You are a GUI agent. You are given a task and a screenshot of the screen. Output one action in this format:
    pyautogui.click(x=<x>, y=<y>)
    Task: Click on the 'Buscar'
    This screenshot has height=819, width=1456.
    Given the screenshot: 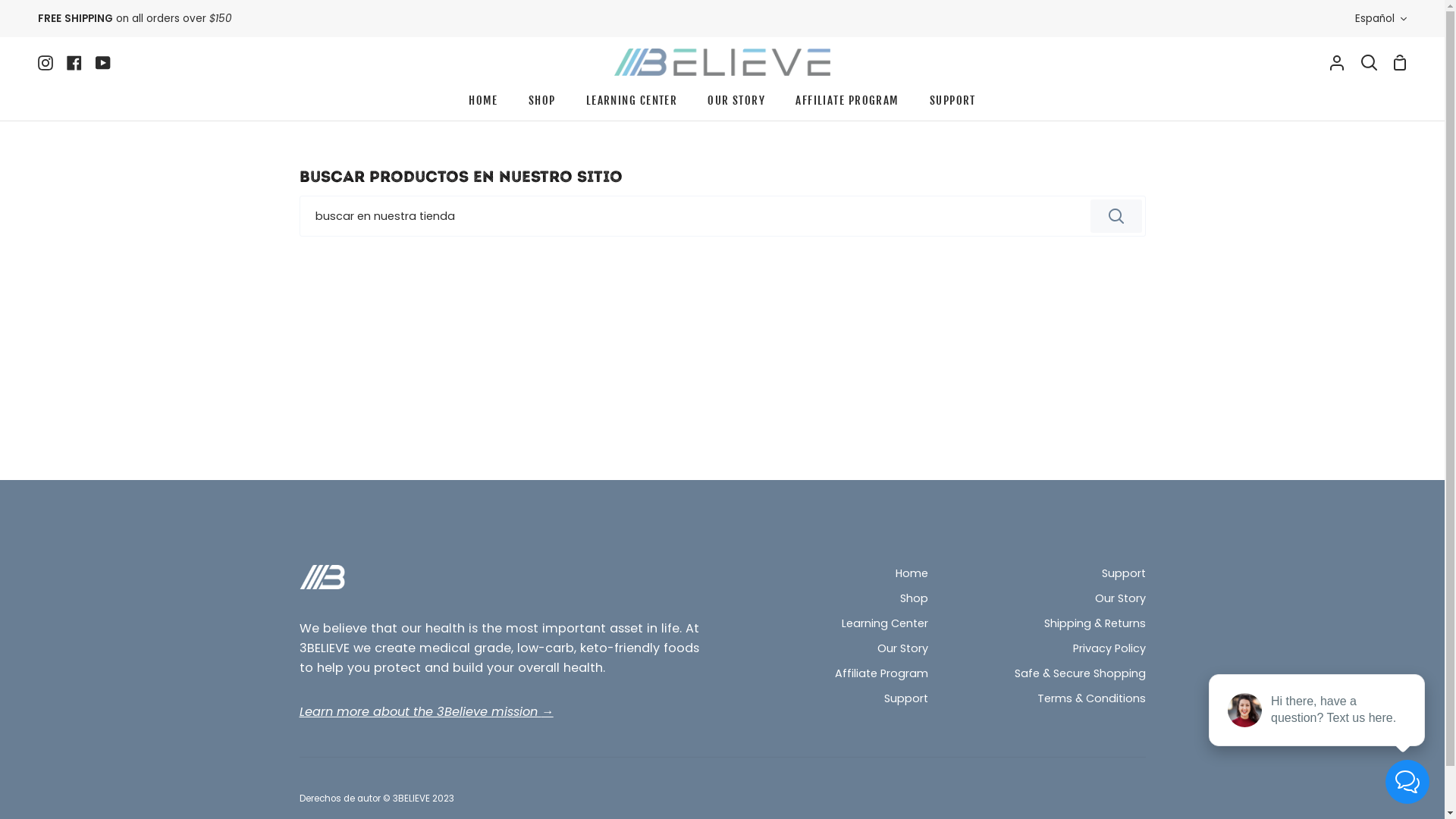 What is the action you would take?
    pyautogui.click(x=1116, y=216)
    